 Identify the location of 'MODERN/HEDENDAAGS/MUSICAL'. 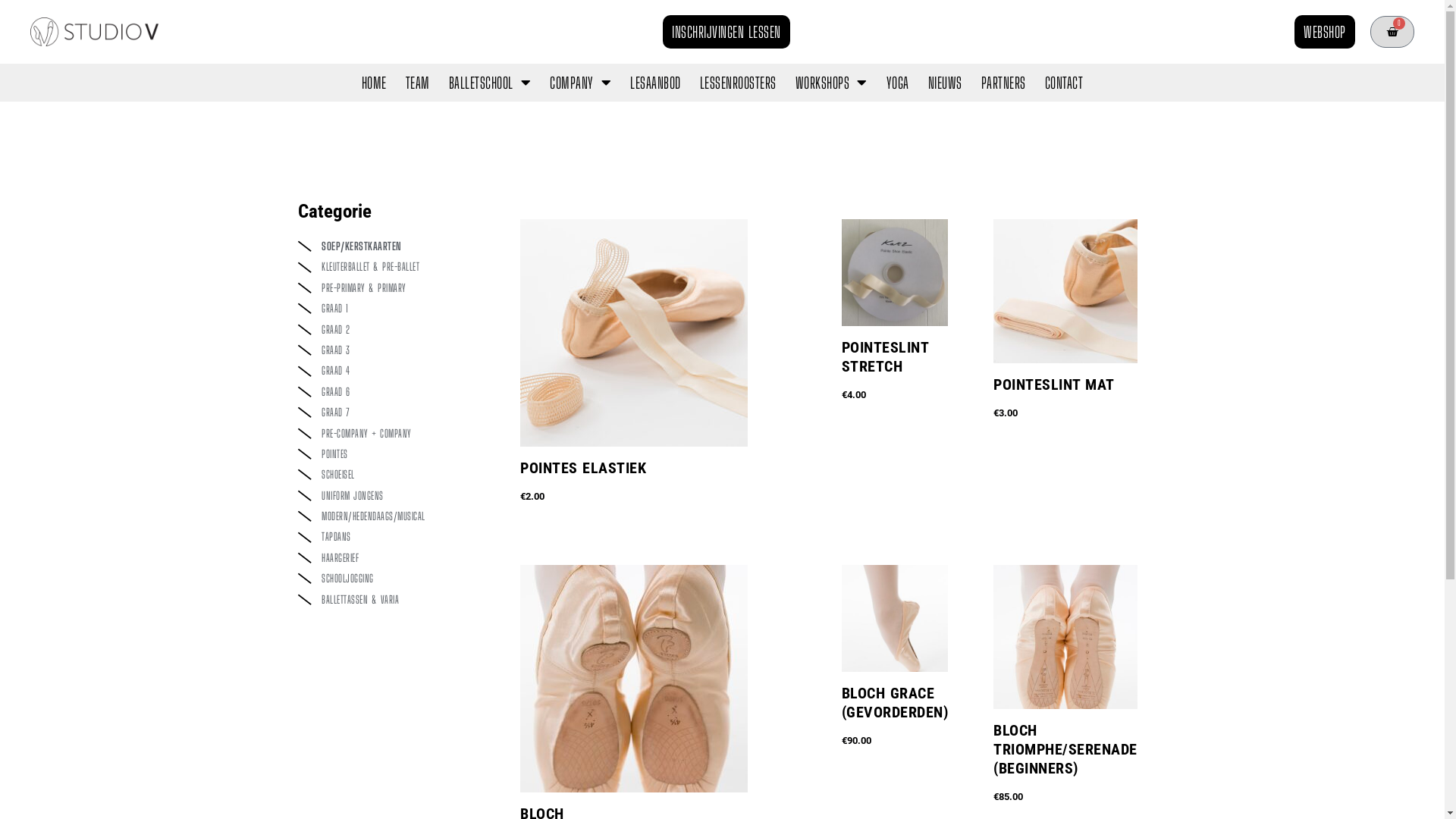
(393, 516).